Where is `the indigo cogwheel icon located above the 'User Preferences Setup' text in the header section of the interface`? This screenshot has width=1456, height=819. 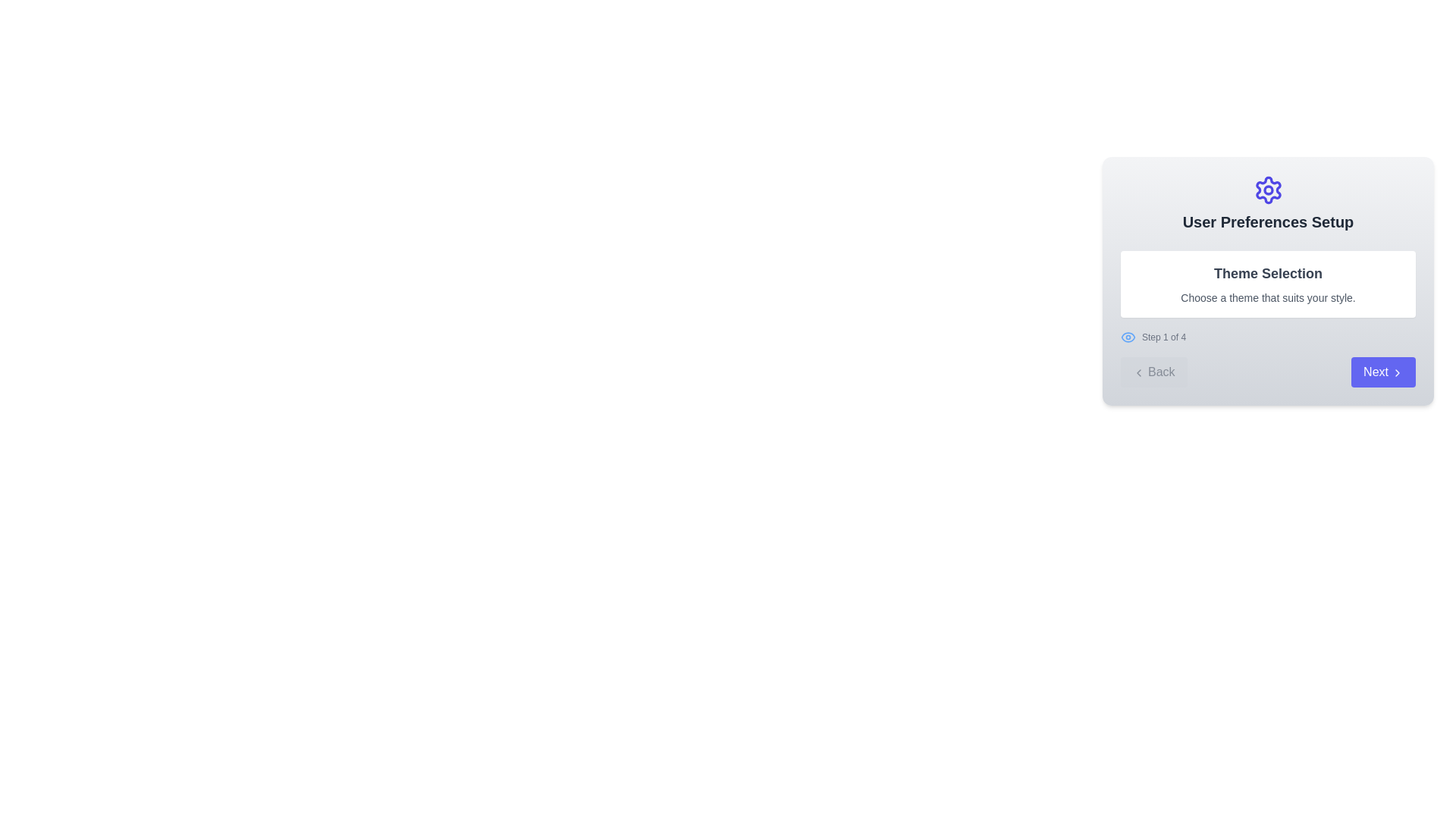
the indigo cogwheel icon located above the 'User Preferences Setup' text in the header section of the interface is located at coordinates (1268, 189).